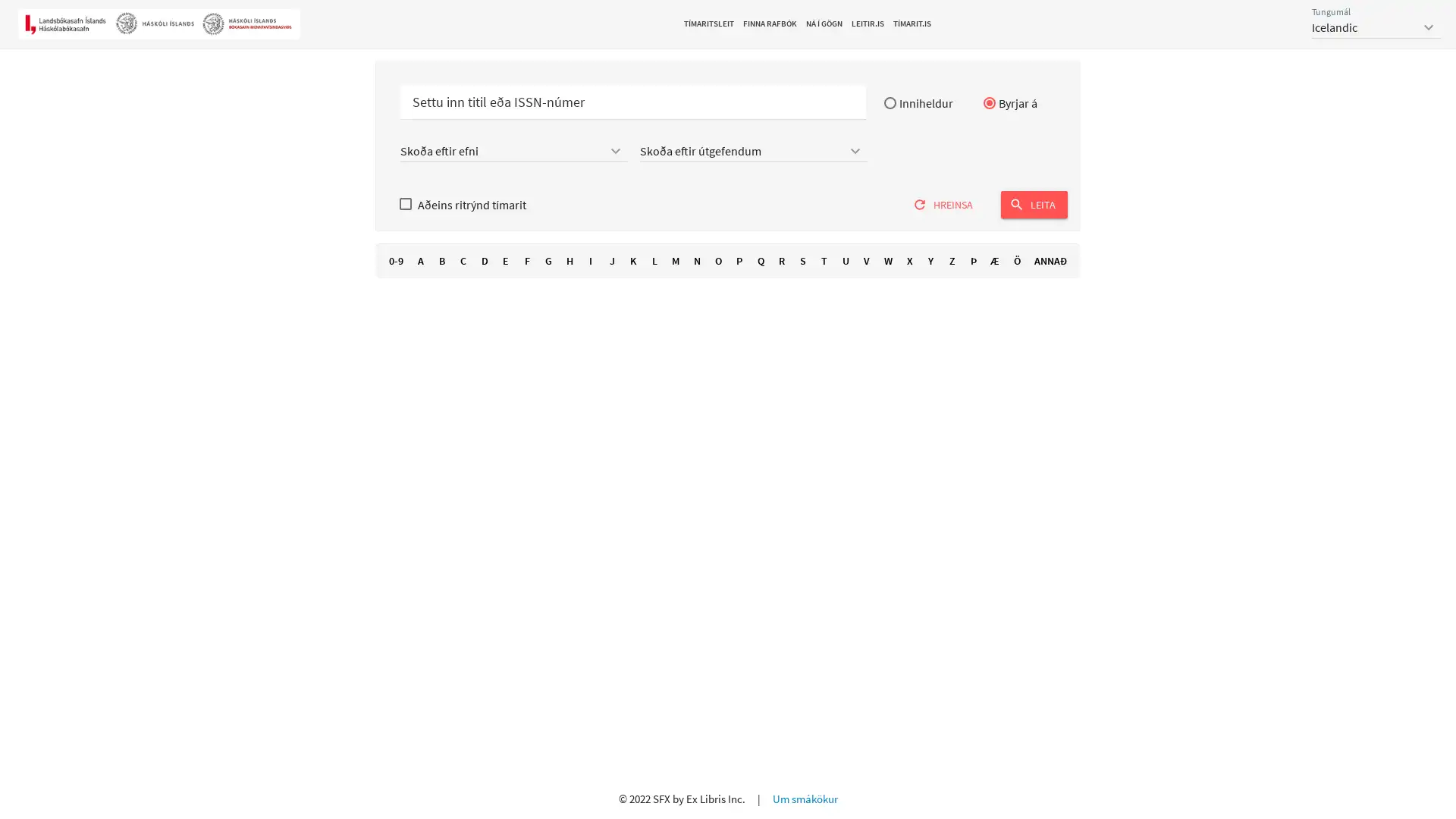 The image size is (1456, 819). What do you see at coordinates (950, 259) in the screenshot?
I see `Z` at bounding box center [950, 259].